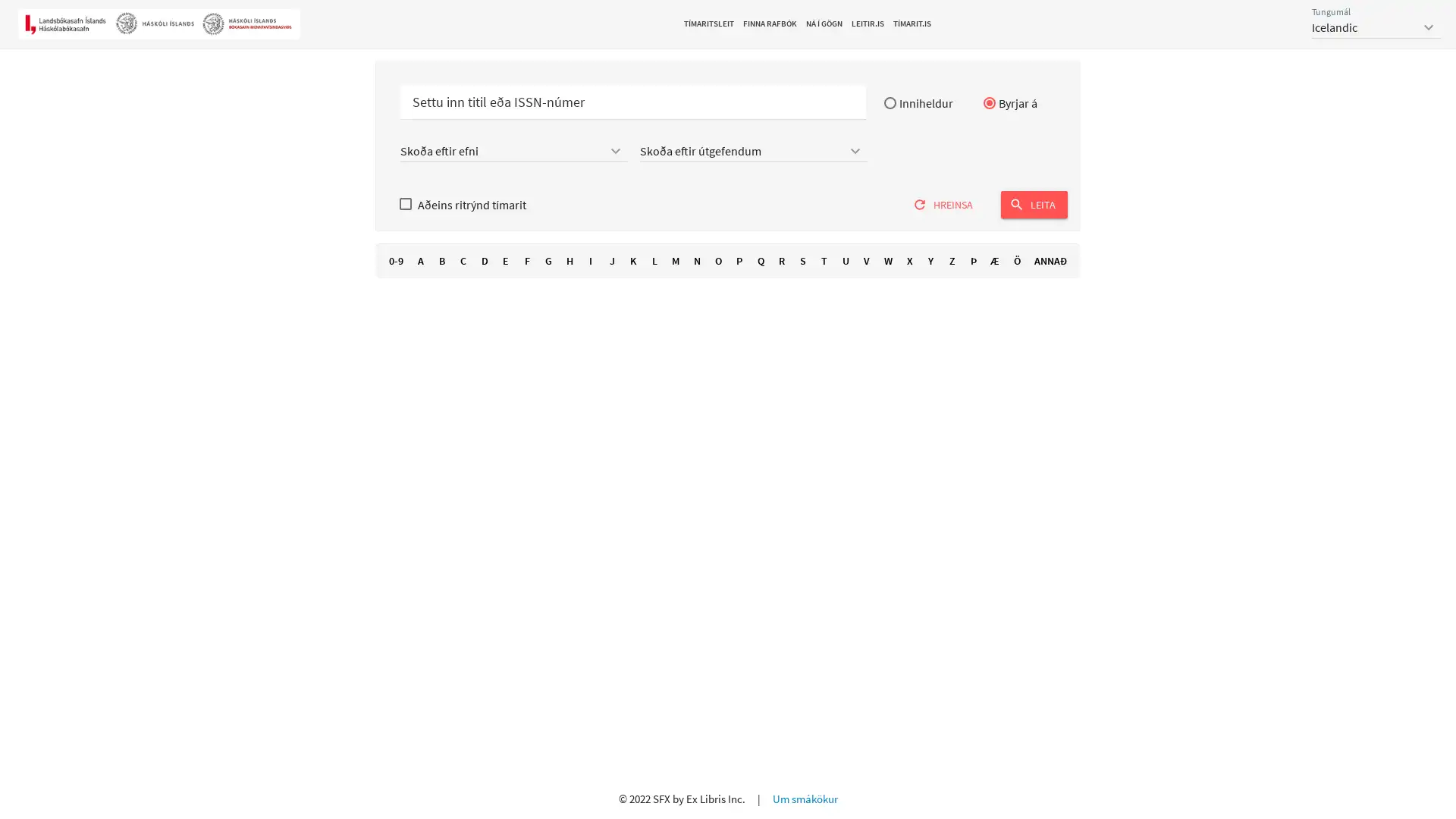 The image size is (1456, 819). What do you see at coordinates (950, 259) in the screenshot?
I see `Z` at bounding box center [950, 259].